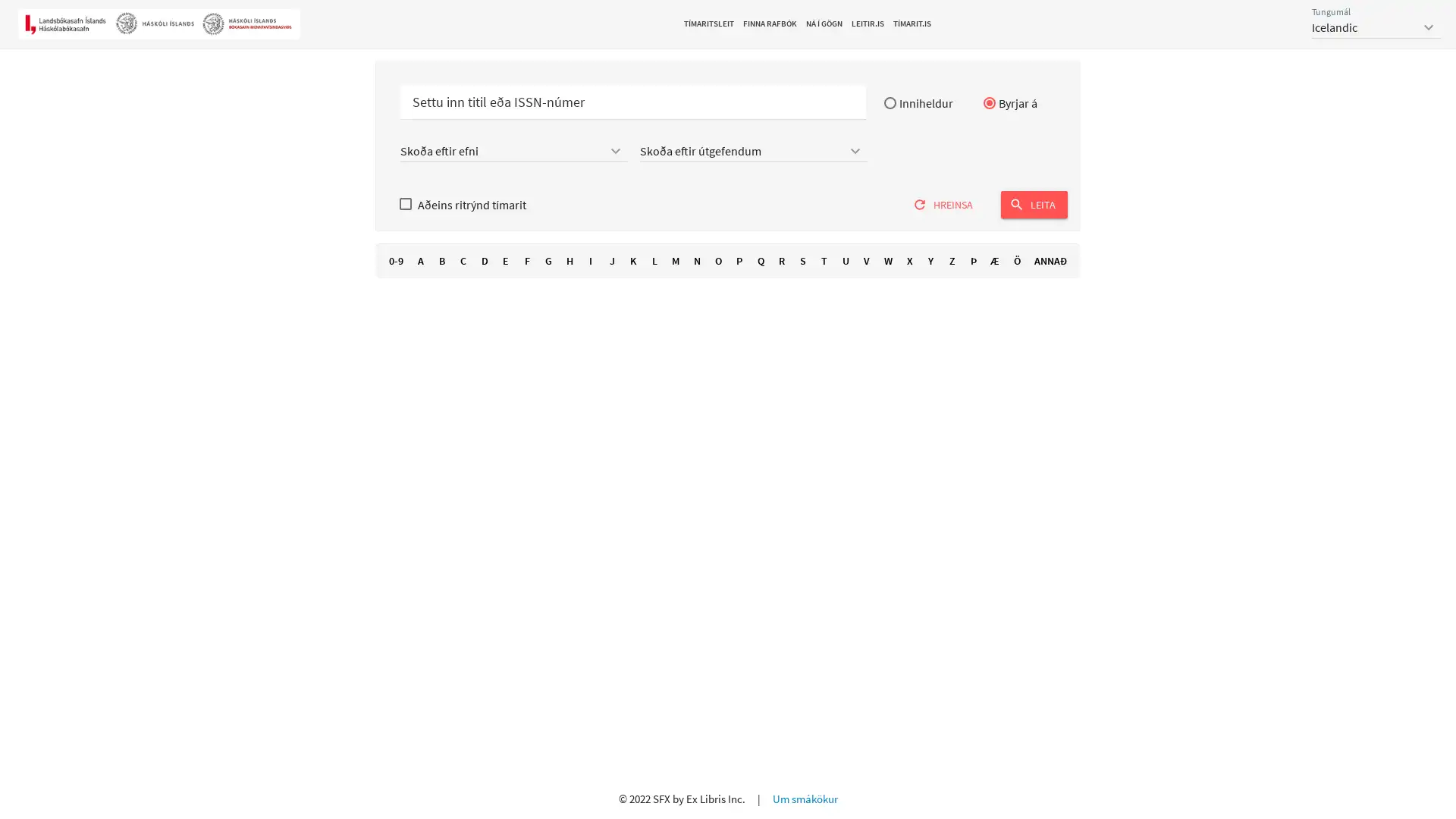 The image size is (1456, 819). What do you see at coordinates (950, 259) in the screenshot?
I see `Z` at bounding box center [950, 259].